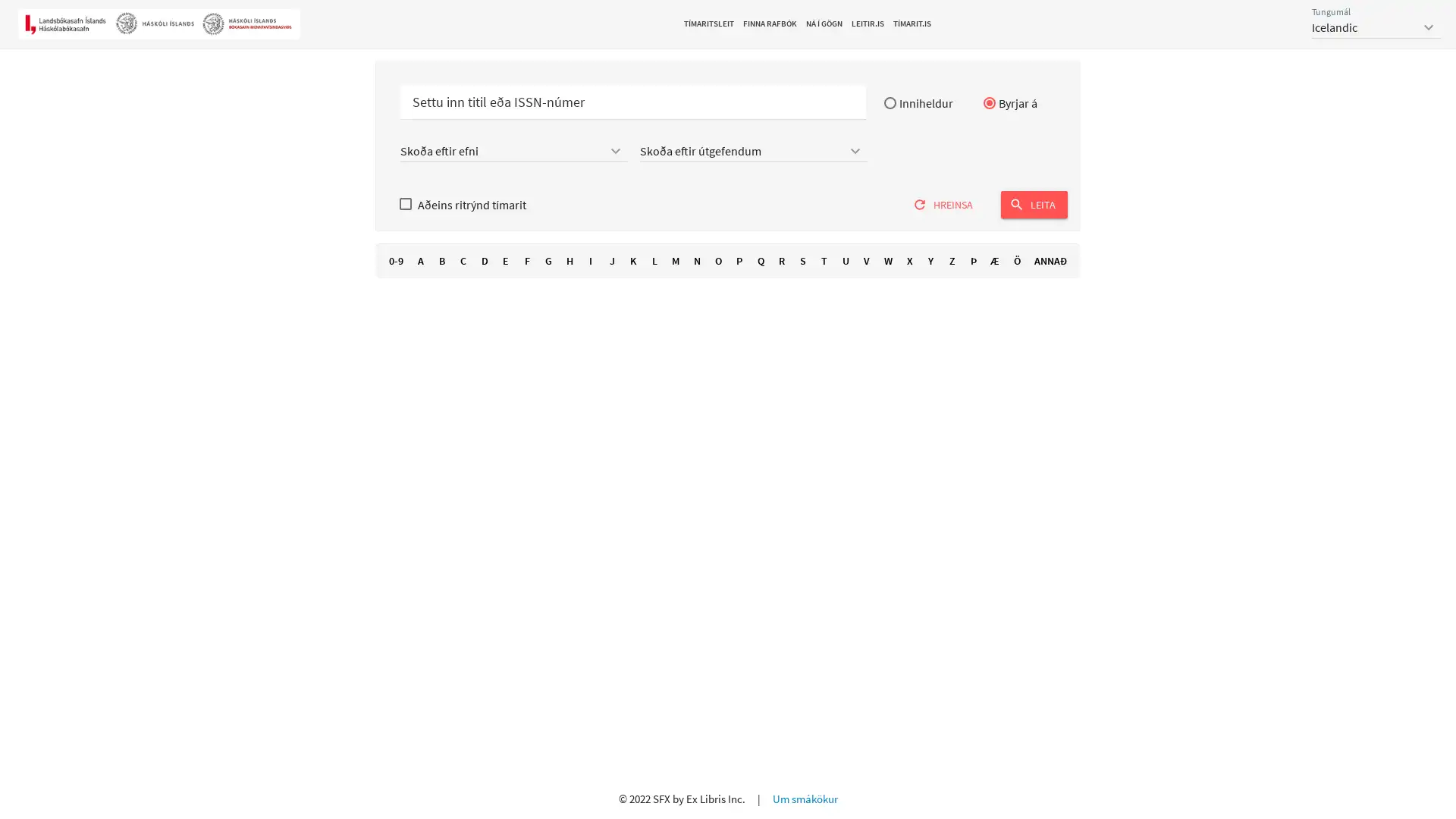 The image size is (1456, 819). What do you see at coordinates (950, 259) in the screenshot?
I see `Z` at bounding box center [950, 259].